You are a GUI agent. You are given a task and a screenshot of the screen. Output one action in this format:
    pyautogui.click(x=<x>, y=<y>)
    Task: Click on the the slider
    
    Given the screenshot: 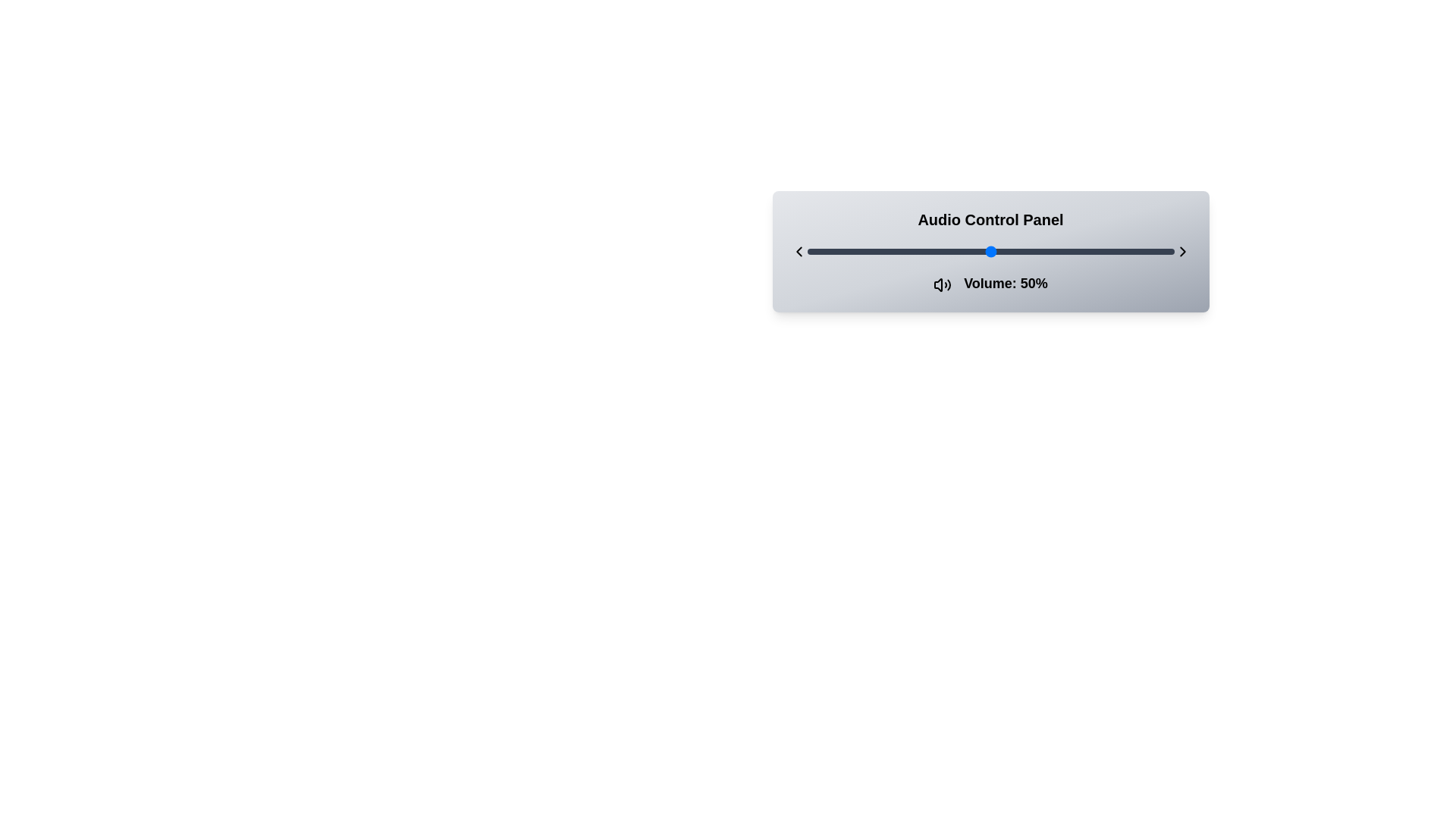 What is the action you would take?
    pyautogui.click(x=888, y=250)
    